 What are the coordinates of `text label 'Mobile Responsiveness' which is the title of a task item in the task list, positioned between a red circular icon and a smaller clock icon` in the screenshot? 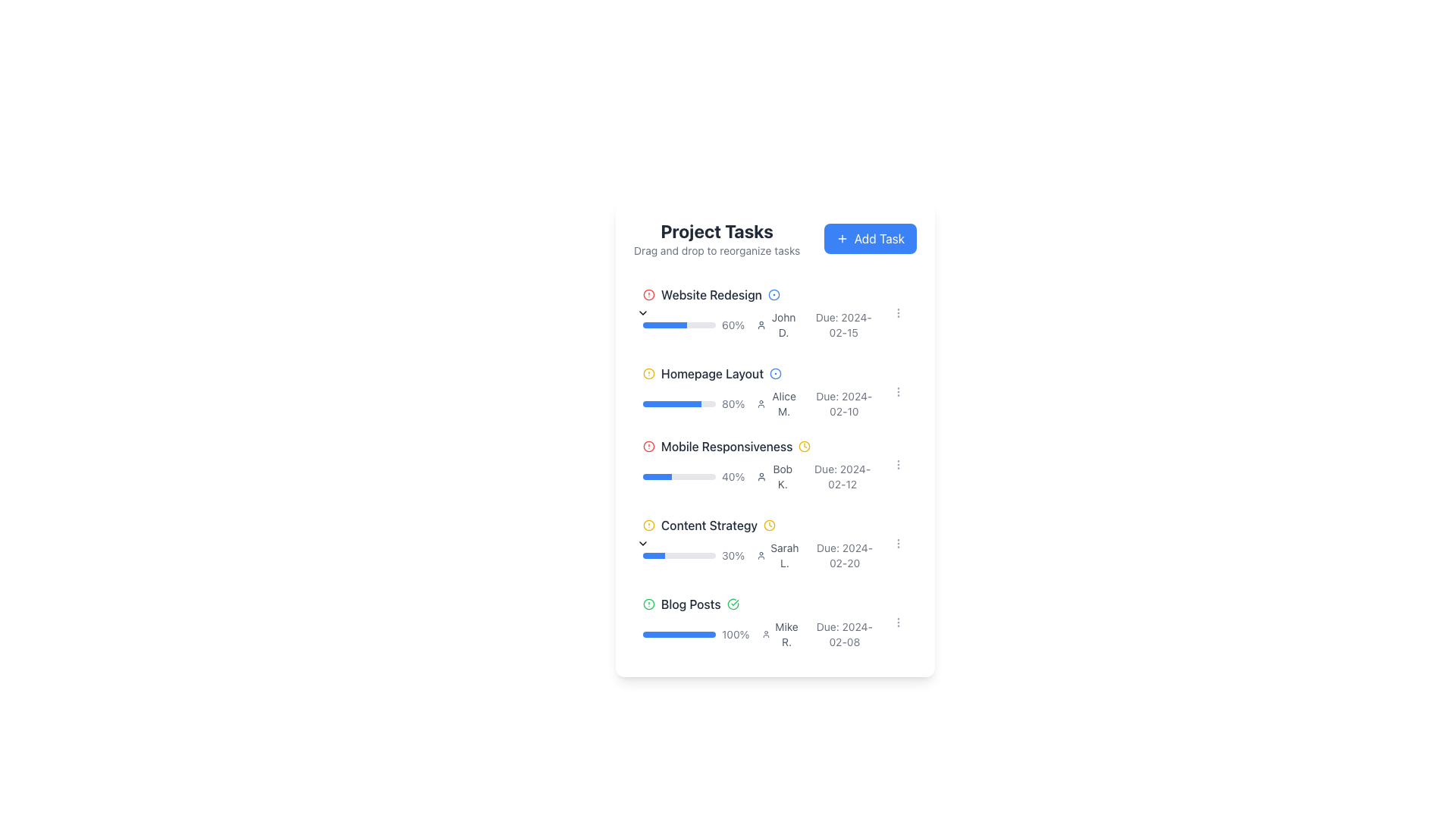 It's located at (726, 446).